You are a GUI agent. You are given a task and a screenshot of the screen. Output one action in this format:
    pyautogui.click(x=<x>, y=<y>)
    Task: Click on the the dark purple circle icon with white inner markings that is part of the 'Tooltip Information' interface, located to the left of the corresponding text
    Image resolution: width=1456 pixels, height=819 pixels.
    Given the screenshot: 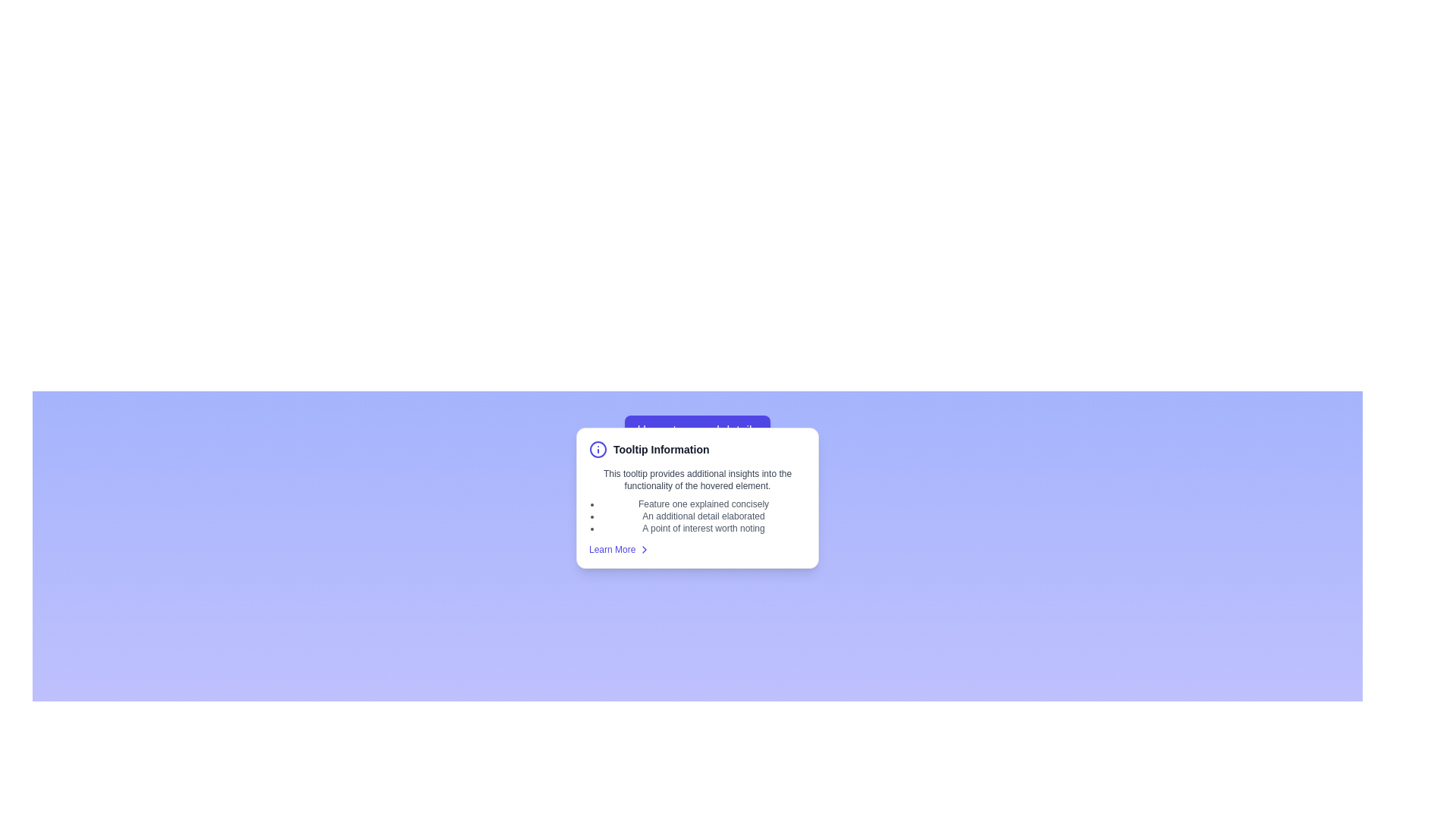 What is the action you would take?
    pyautogui.click(x=597, y=449)
    